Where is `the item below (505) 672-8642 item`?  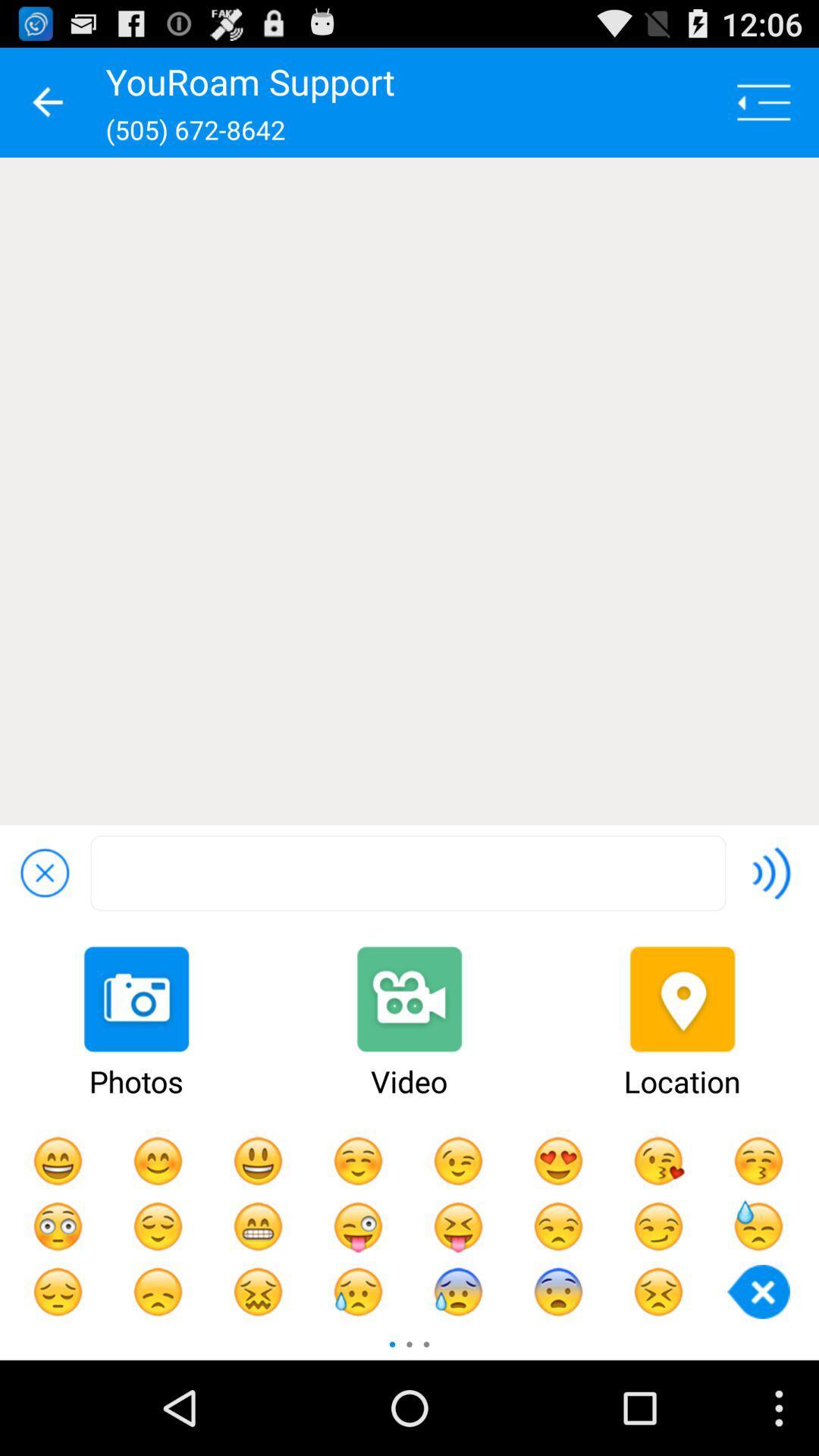 the item below (505) 672-8642 item is located at coordinates (409, 491).